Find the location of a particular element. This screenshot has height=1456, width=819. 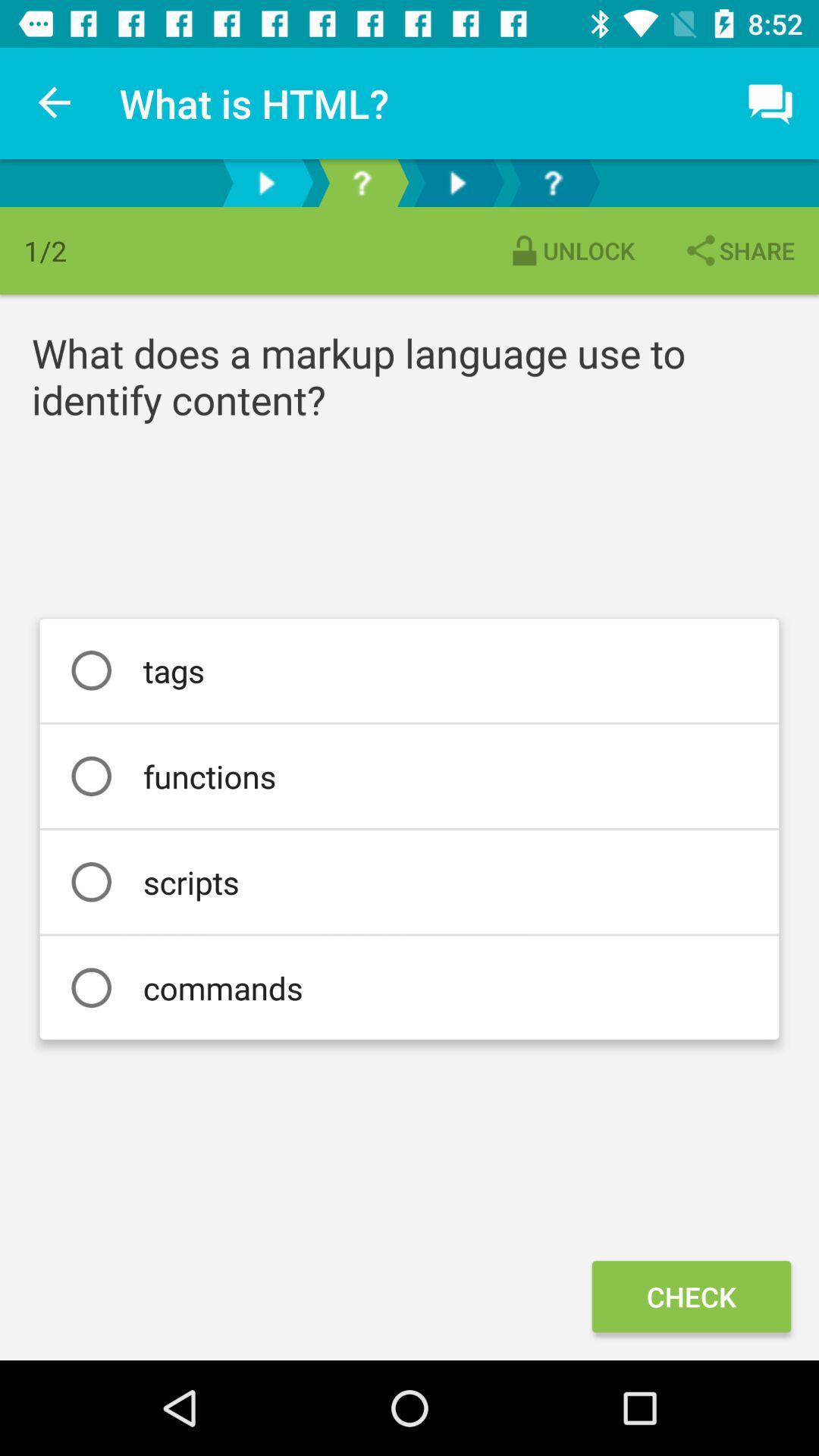

icon next to share icon is located at coordinates (570, 250).